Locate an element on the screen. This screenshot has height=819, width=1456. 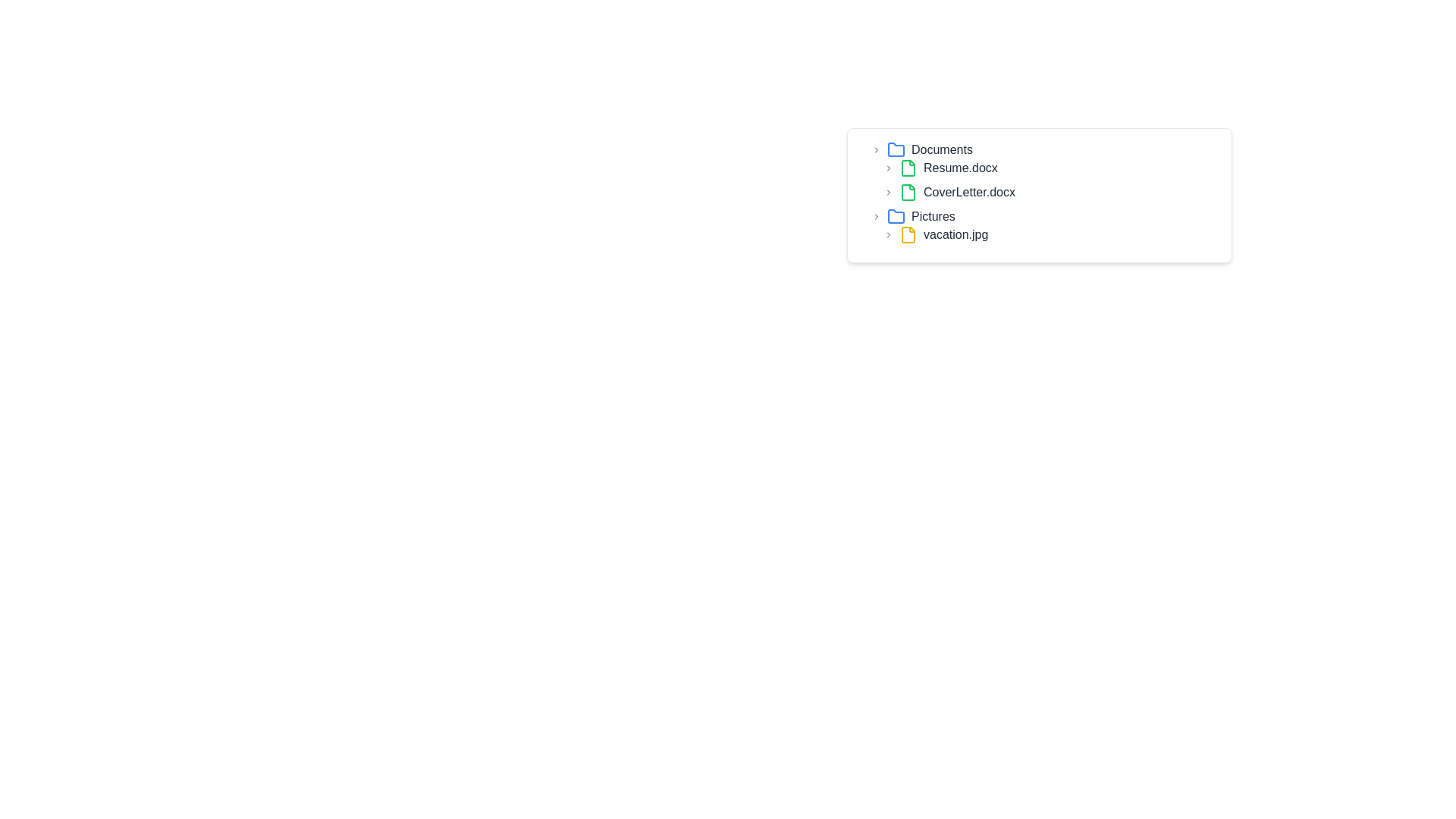
the text label displaying the folder item named 'Documents' is located at coordinates (941, 149).